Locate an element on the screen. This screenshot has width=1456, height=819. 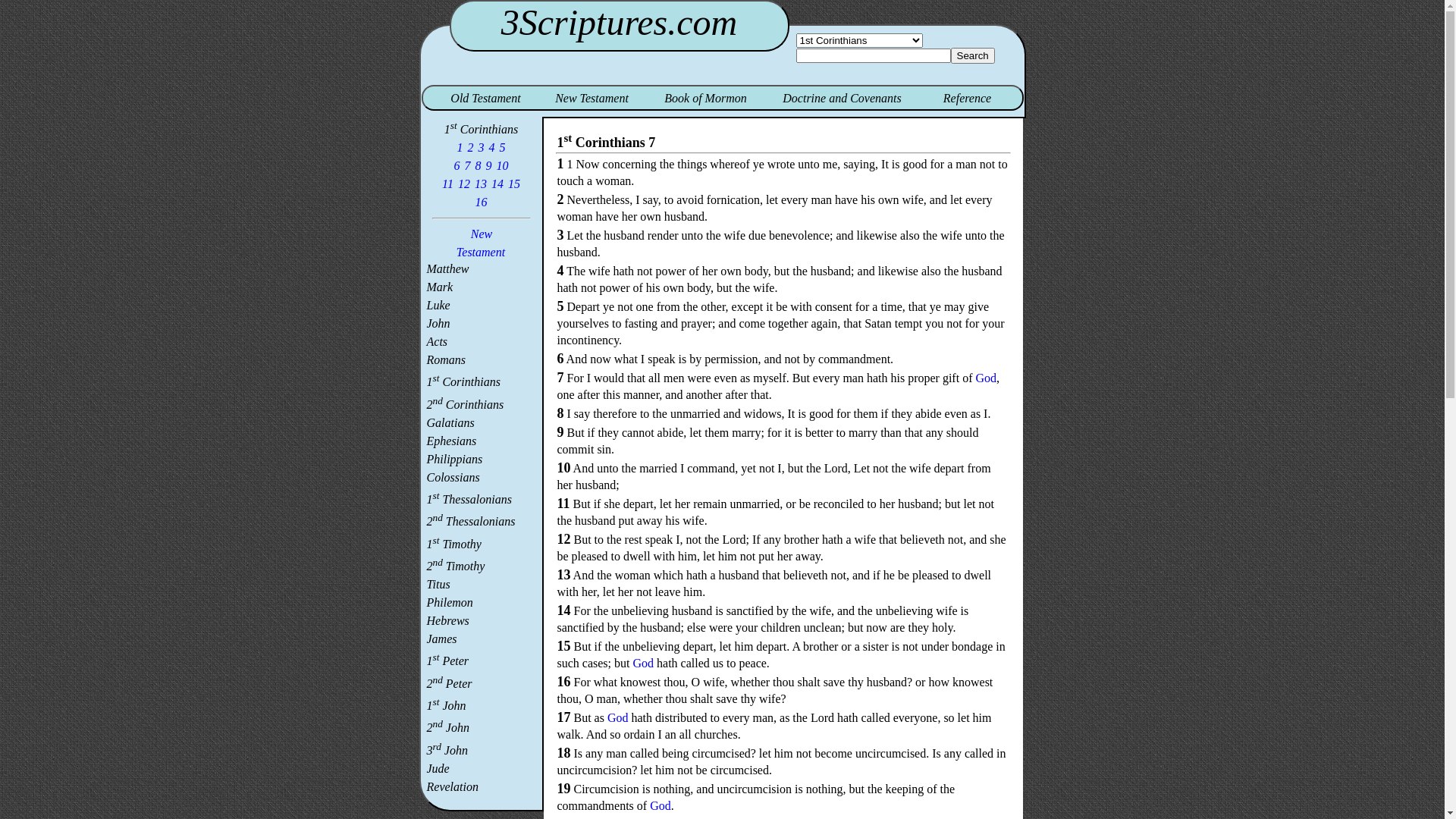
'12' is located at coordinates (463, 183).